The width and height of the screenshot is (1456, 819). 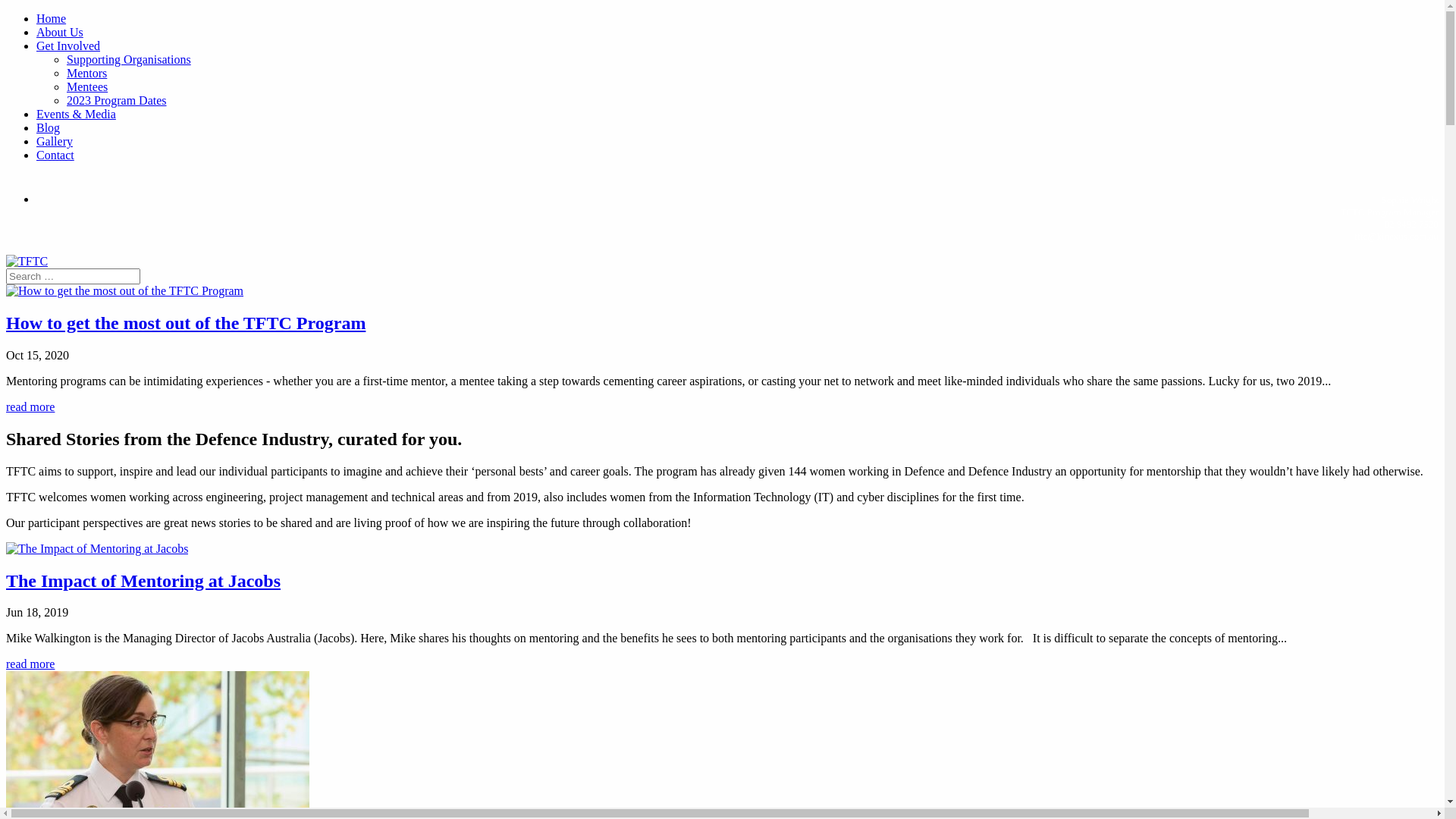 What do you see at coordinates (51, 18) in the screenshot?
I see `'Home'` at bounding box center [51, 18].